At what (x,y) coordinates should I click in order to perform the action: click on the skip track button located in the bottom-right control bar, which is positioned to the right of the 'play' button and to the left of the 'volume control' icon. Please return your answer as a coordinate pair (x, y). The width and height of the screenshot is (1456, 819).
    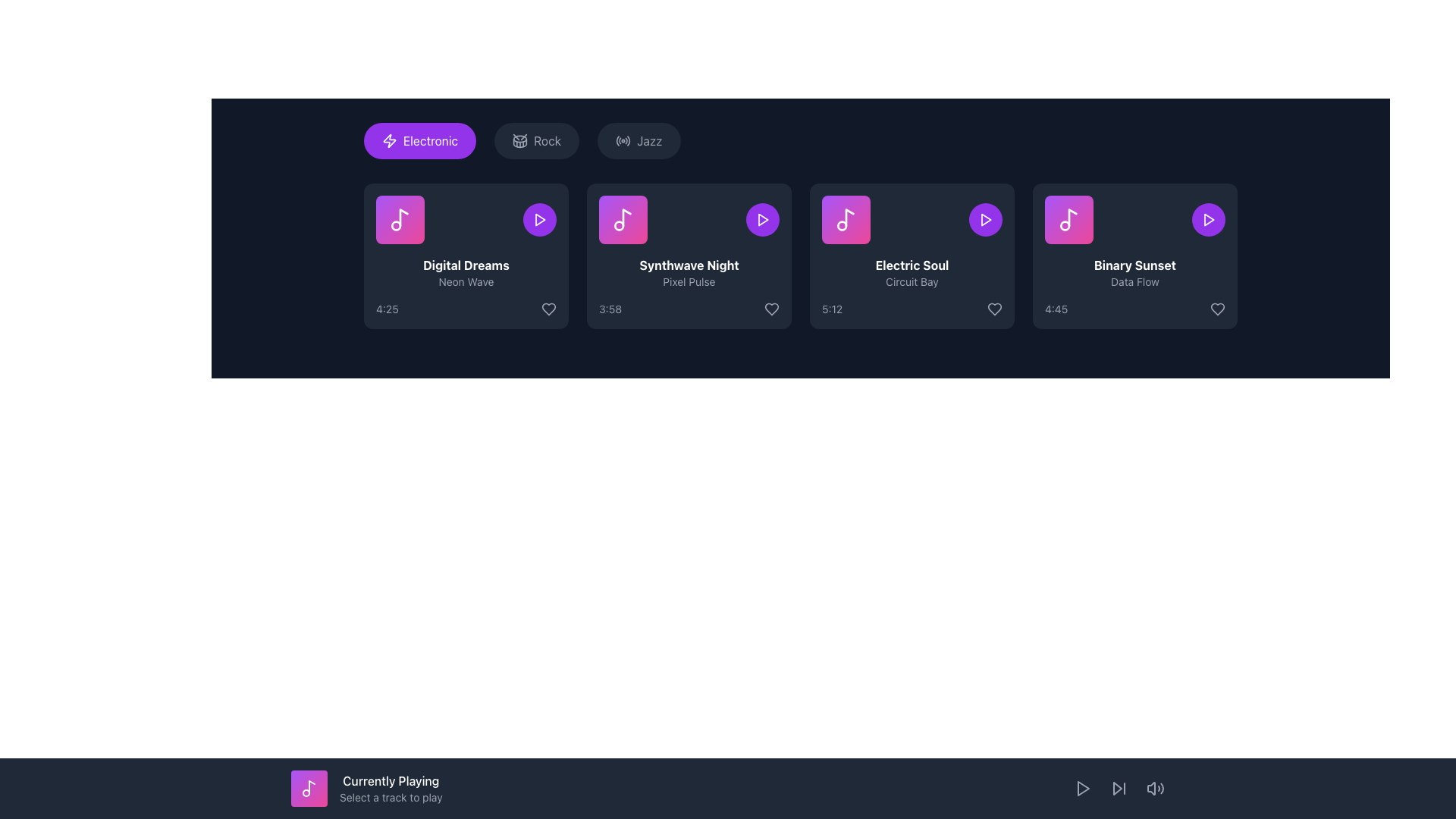
    Looking at the image, I should click on (1119, 788).